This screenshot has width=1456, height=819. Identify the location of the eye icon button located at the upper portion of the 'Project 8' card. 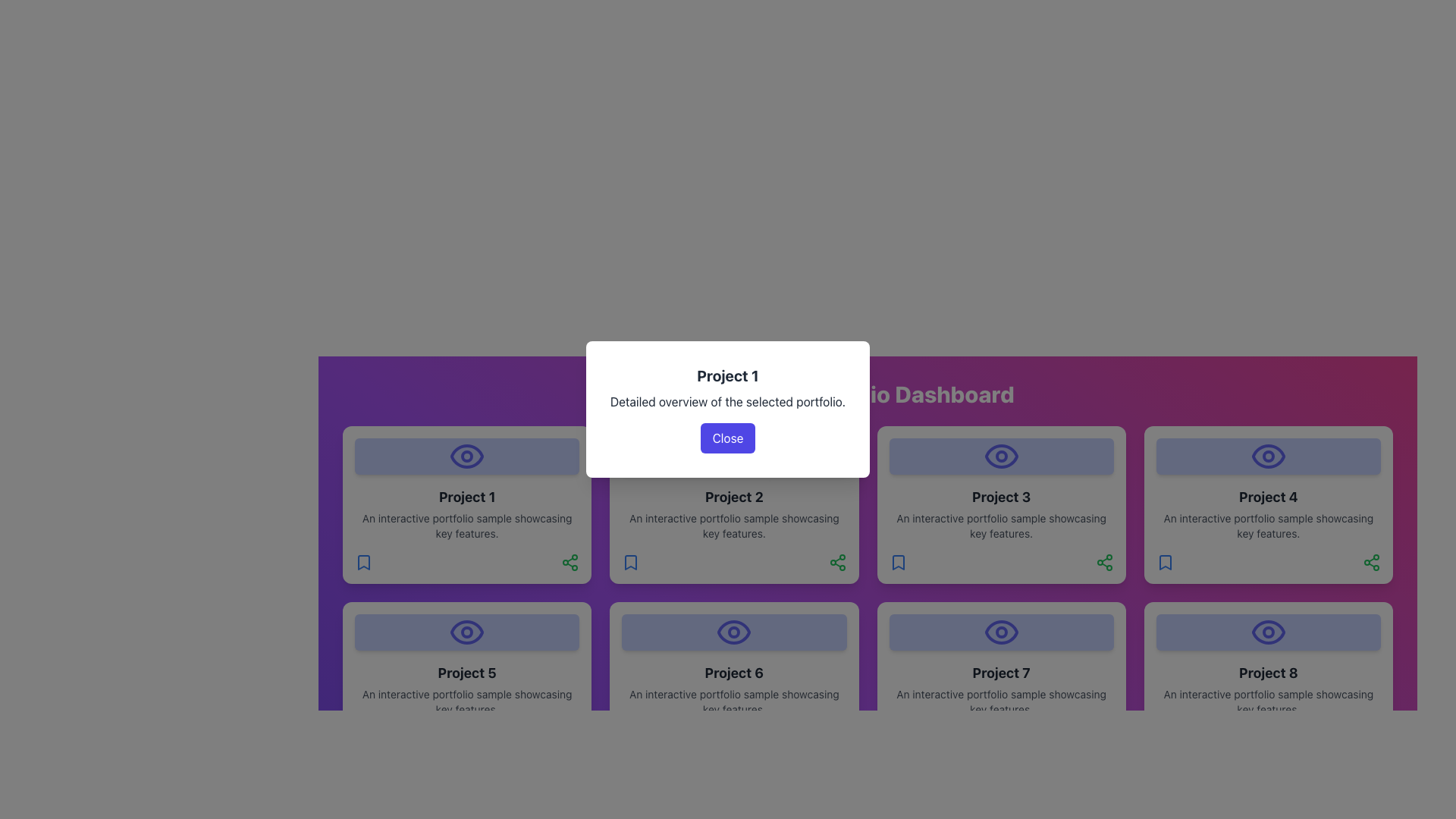
(1268, 632).